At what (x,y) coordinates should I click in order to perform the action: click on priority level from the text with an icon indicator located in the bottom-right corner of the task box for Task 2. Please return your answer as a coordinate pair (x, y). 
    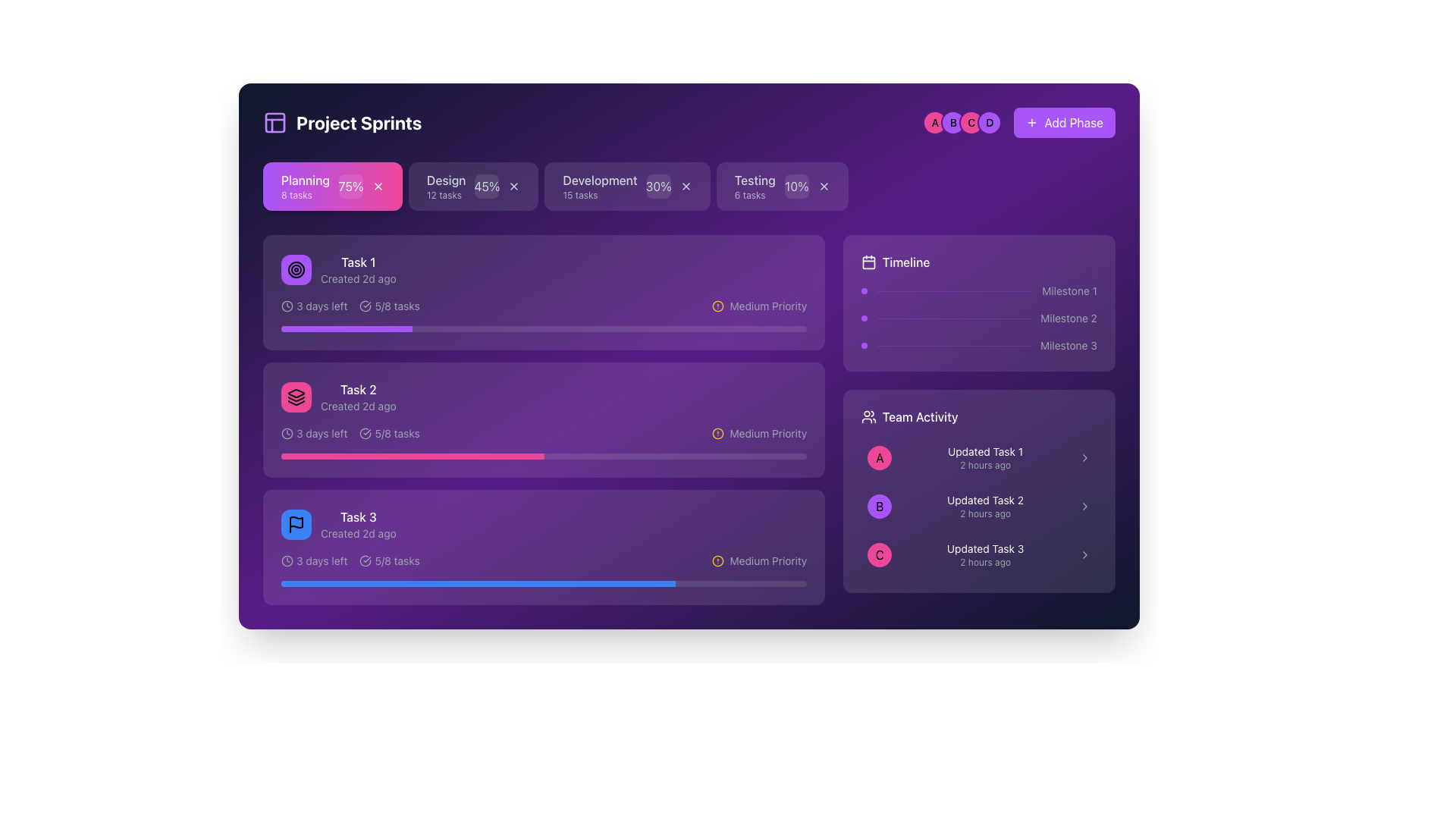
    Looking at the image, I should click on (759, 433).